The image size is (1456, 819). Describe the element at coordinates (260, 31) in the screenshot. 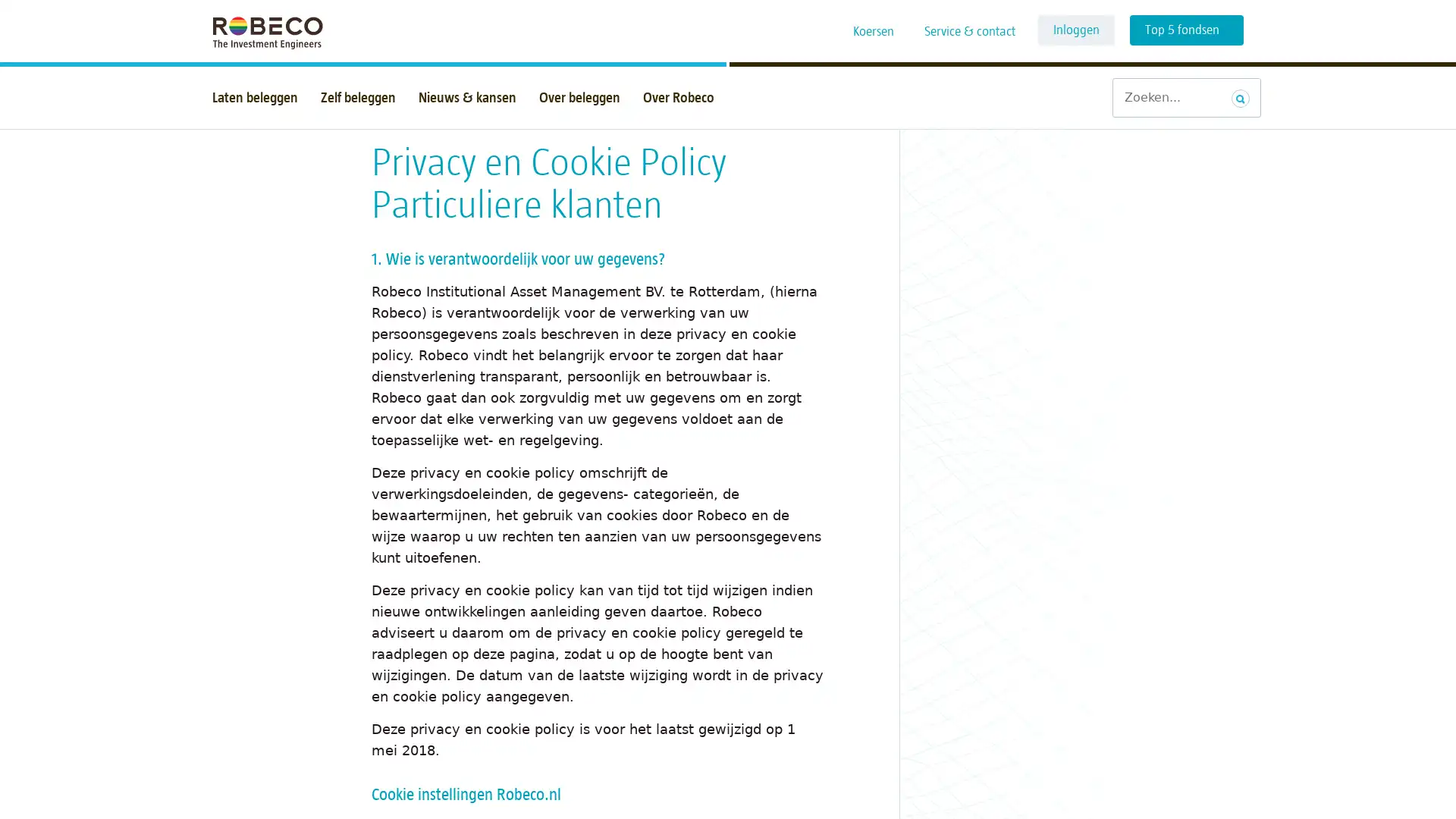

I see `Robeco logo` at that location.